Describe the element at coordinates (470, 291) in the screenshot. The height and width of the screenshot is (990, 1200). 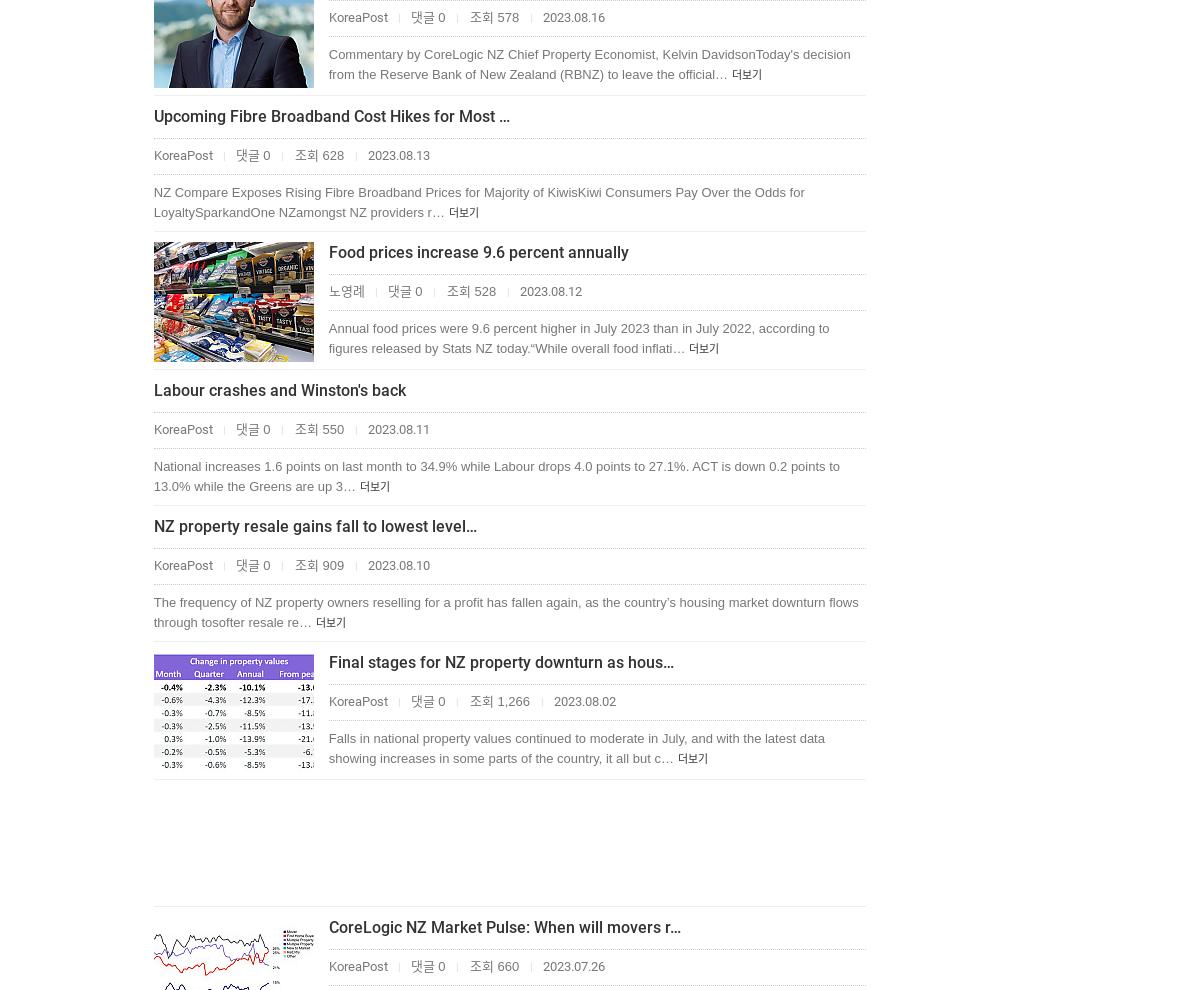
I see `'조회
					528'` at that location.